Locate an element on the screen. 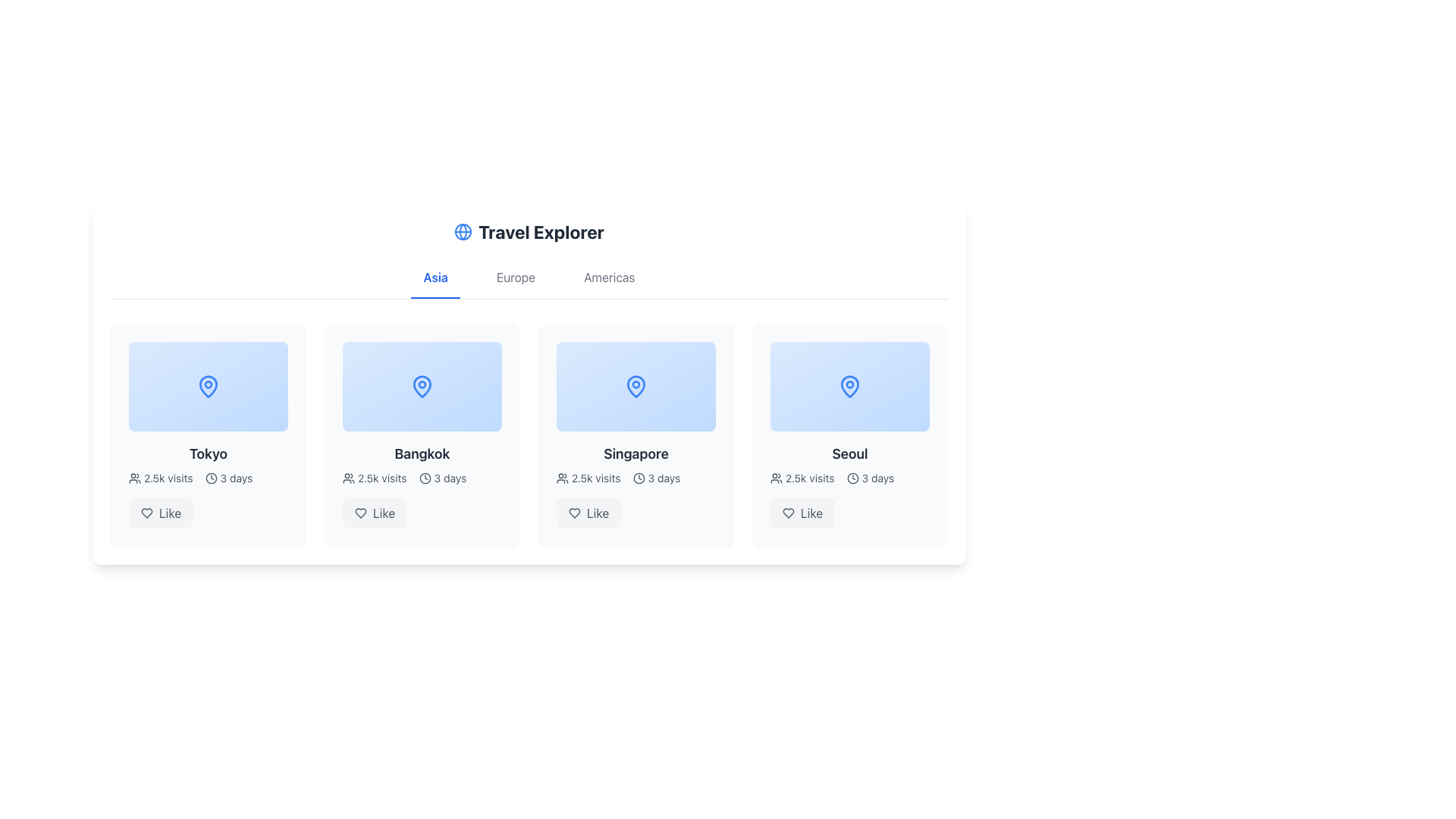  the heart icon within the 'Like' button located under the 'Bangkok' card to initiate the 'like' action is located at coordinates (359, 513).